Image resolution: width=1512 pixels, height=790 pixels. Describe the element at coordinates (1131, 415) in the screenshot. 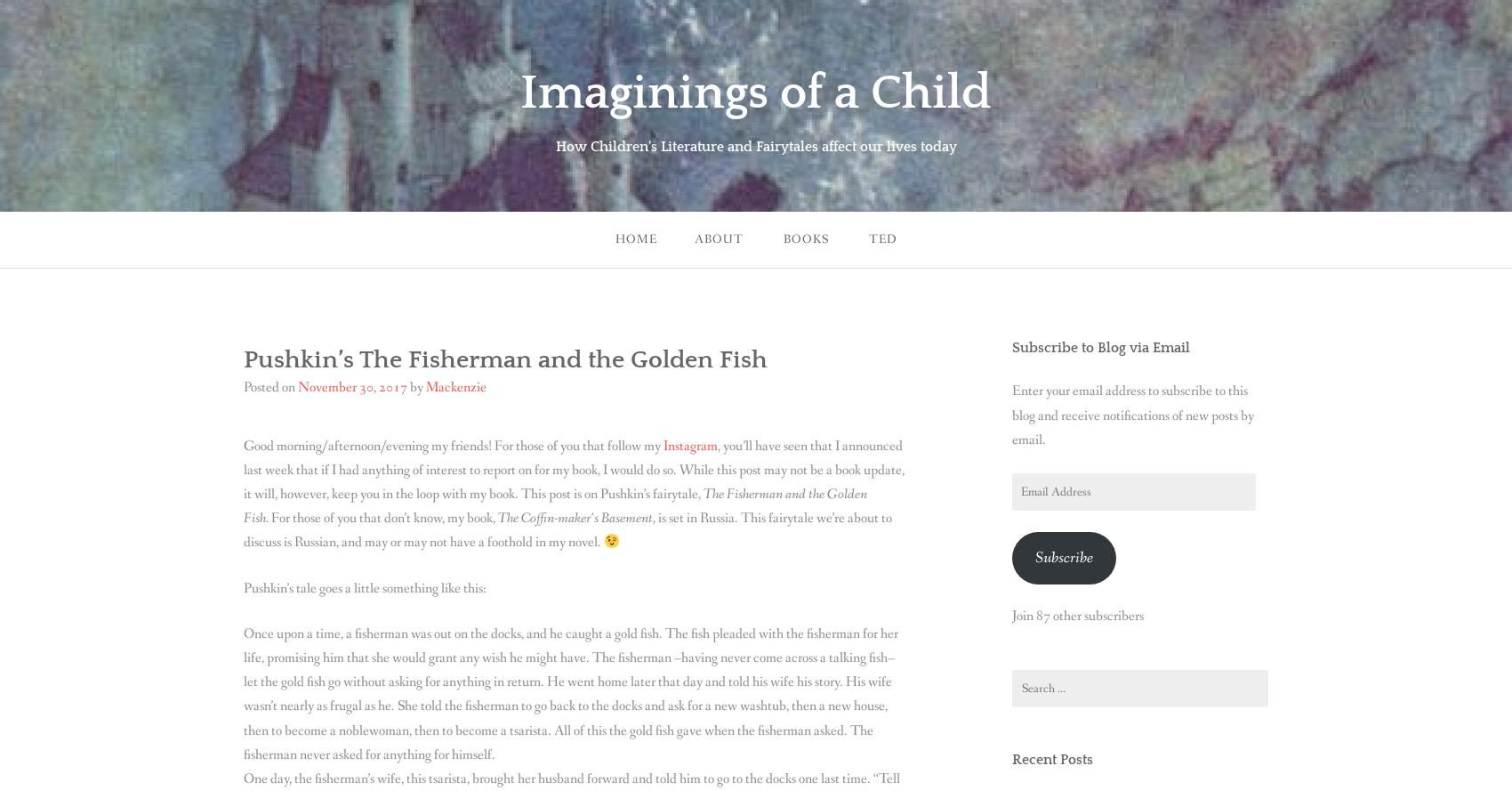

I see `'Enter your email address to subscribe to this blog and receive notifications of new posts by email.'` at that location.